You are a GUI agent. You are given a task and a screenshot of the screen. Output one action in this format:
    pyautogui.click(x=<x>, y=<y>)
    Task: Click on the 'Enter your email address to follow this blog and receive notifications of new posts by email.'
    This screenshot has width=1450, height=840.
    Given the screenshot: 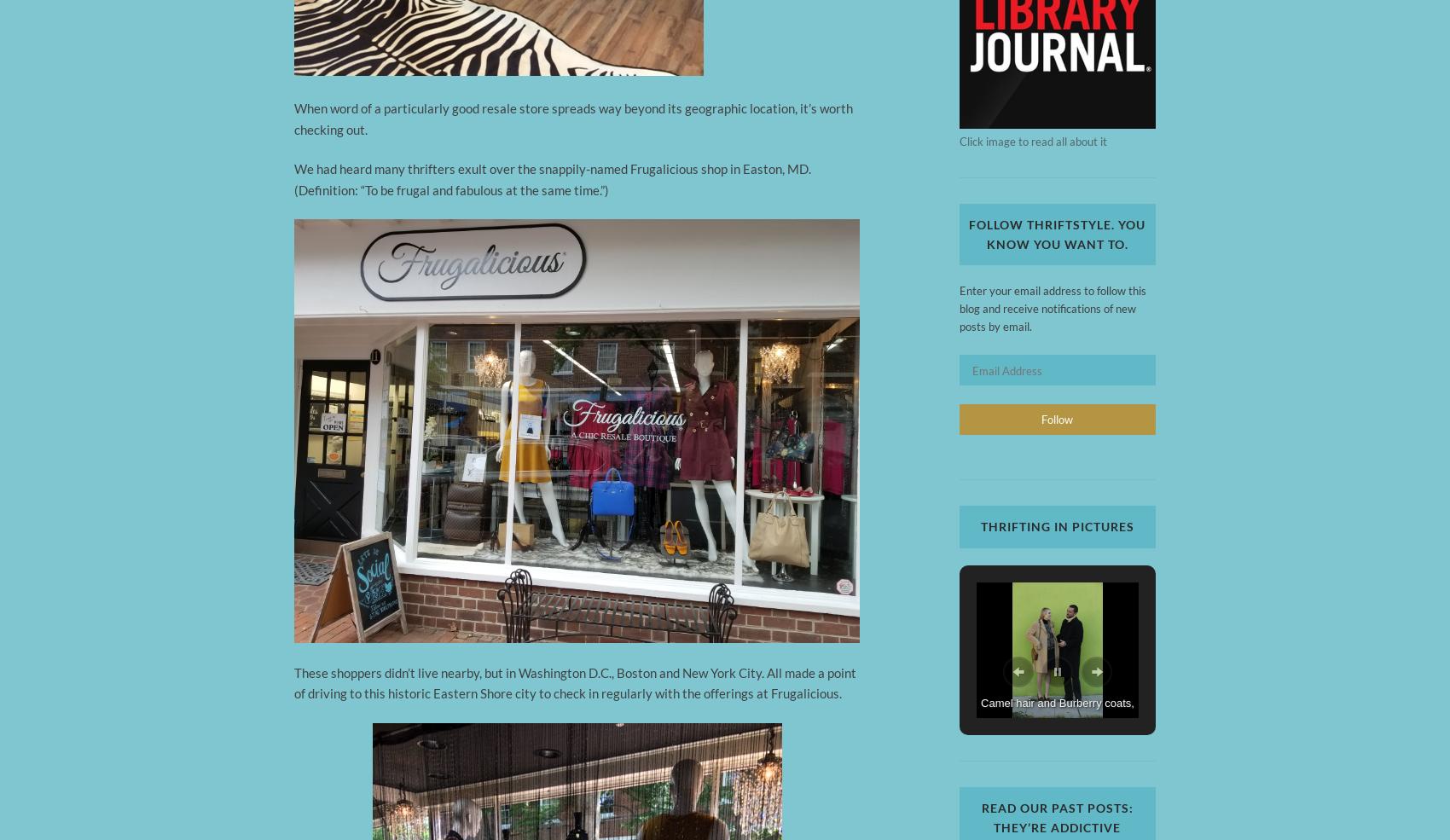 What is the action you would take?
    pyautogui.click(x=1051, y=308)
    